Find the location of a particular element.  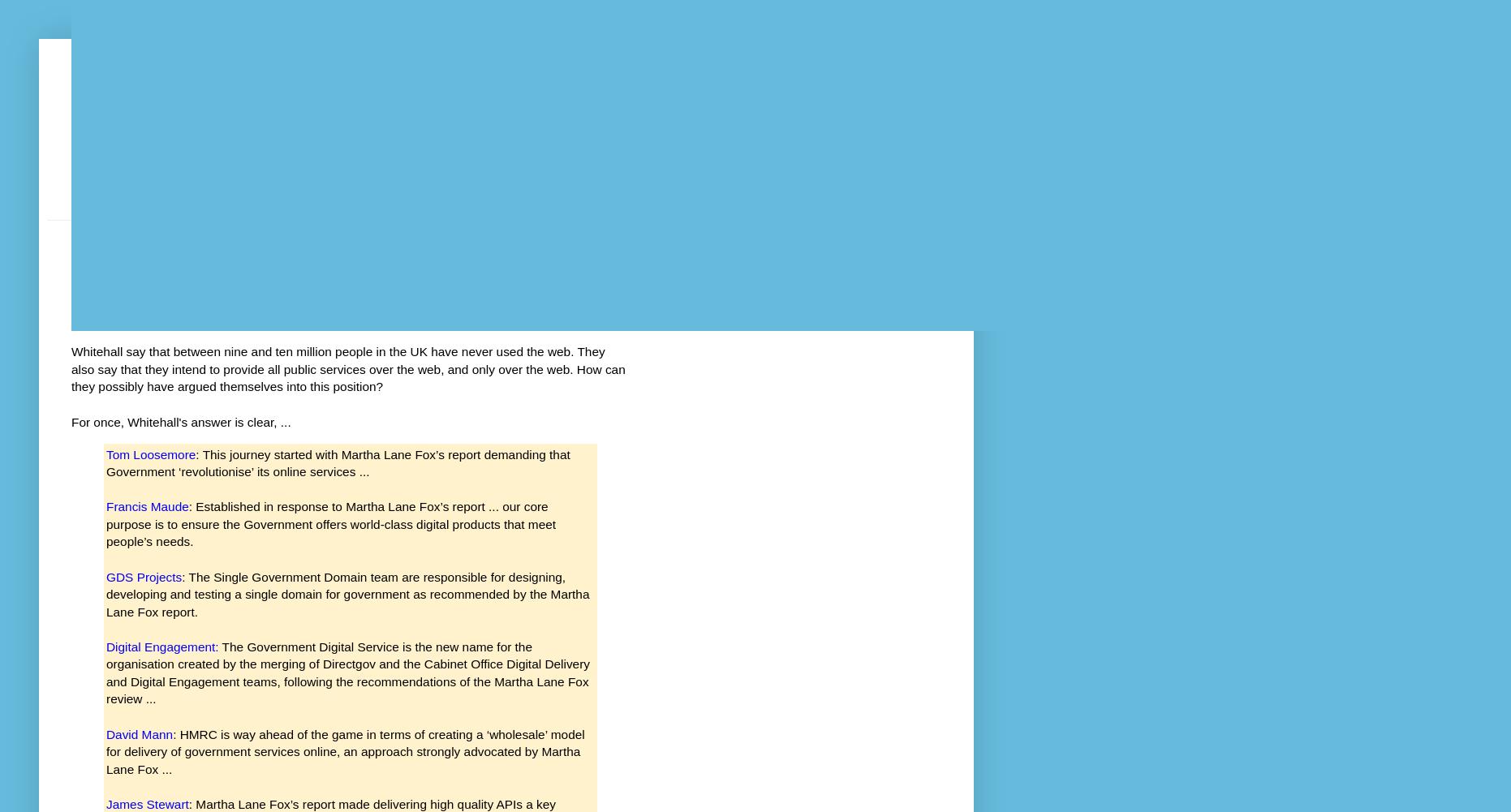

': The Single Government Domain team are responsible for designing, developing and testing a single domain for government as recommended by the Martha Lane Fox report.' is located at coordinates (347, 594).